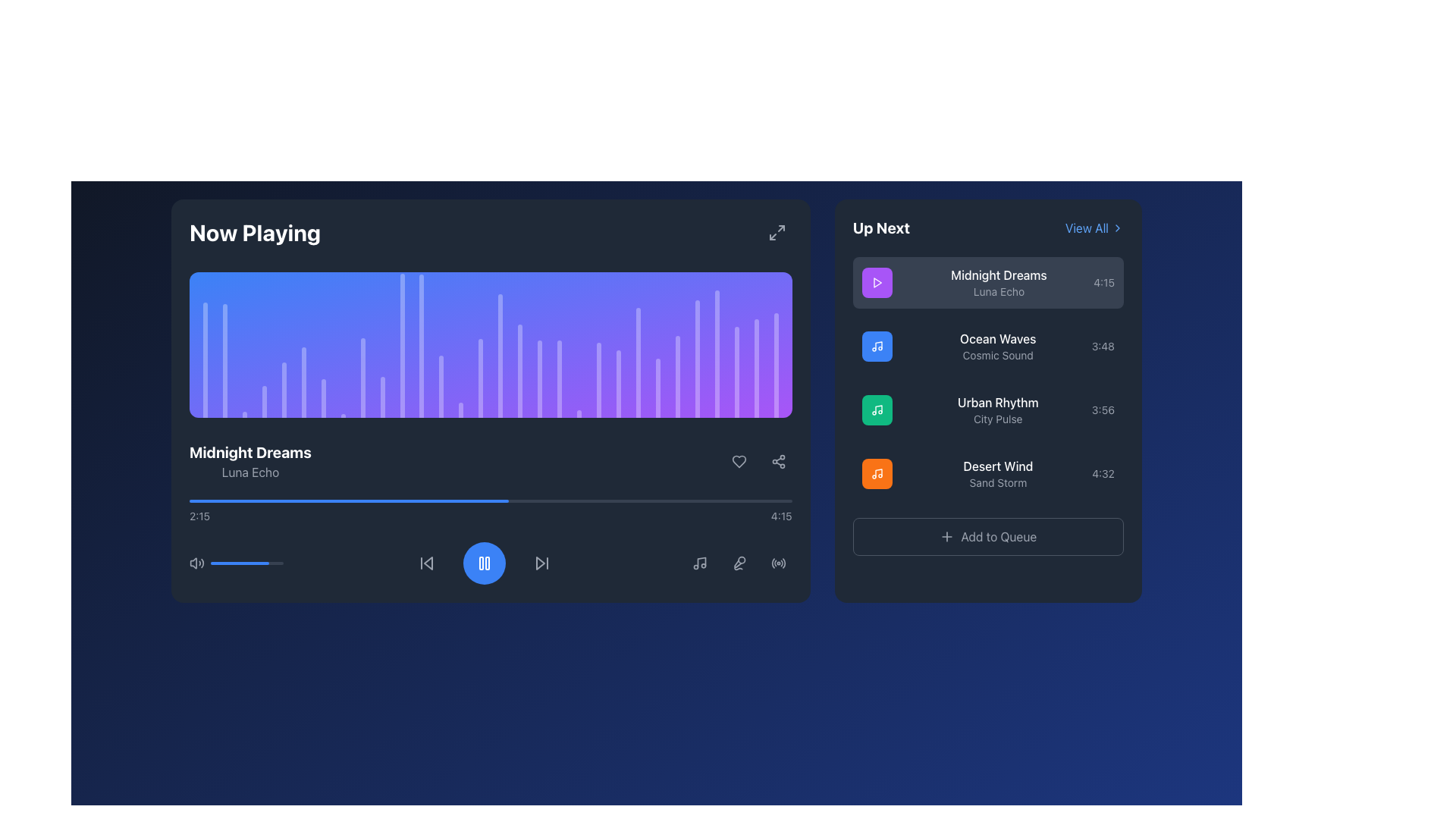 The width and height of the screenshot is (1456, 819). Describe the element at coordinates (698, 563) in the screenshot. I see `the circular button with a musical note icon, which is the first button in a group of playback controls located at the bottom right of the interface` at that location.